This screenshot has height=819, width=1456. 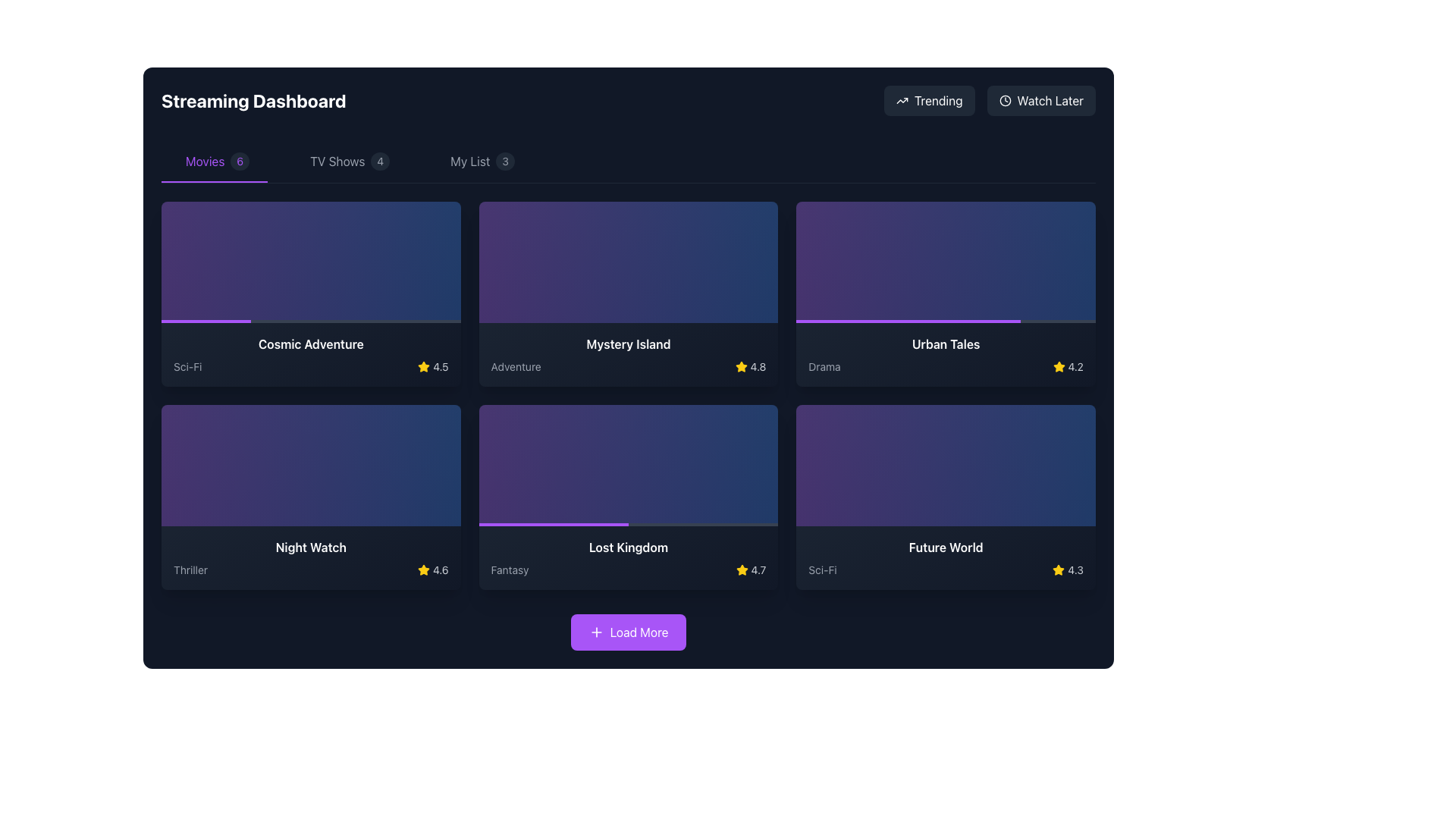 What do you see at coordinates (310, 344) in the screenshot?
I see `text from the title label of the featured movie, which is positioned in the first column of the first row in the 'Movies' section` at bounding box center [310, 344].